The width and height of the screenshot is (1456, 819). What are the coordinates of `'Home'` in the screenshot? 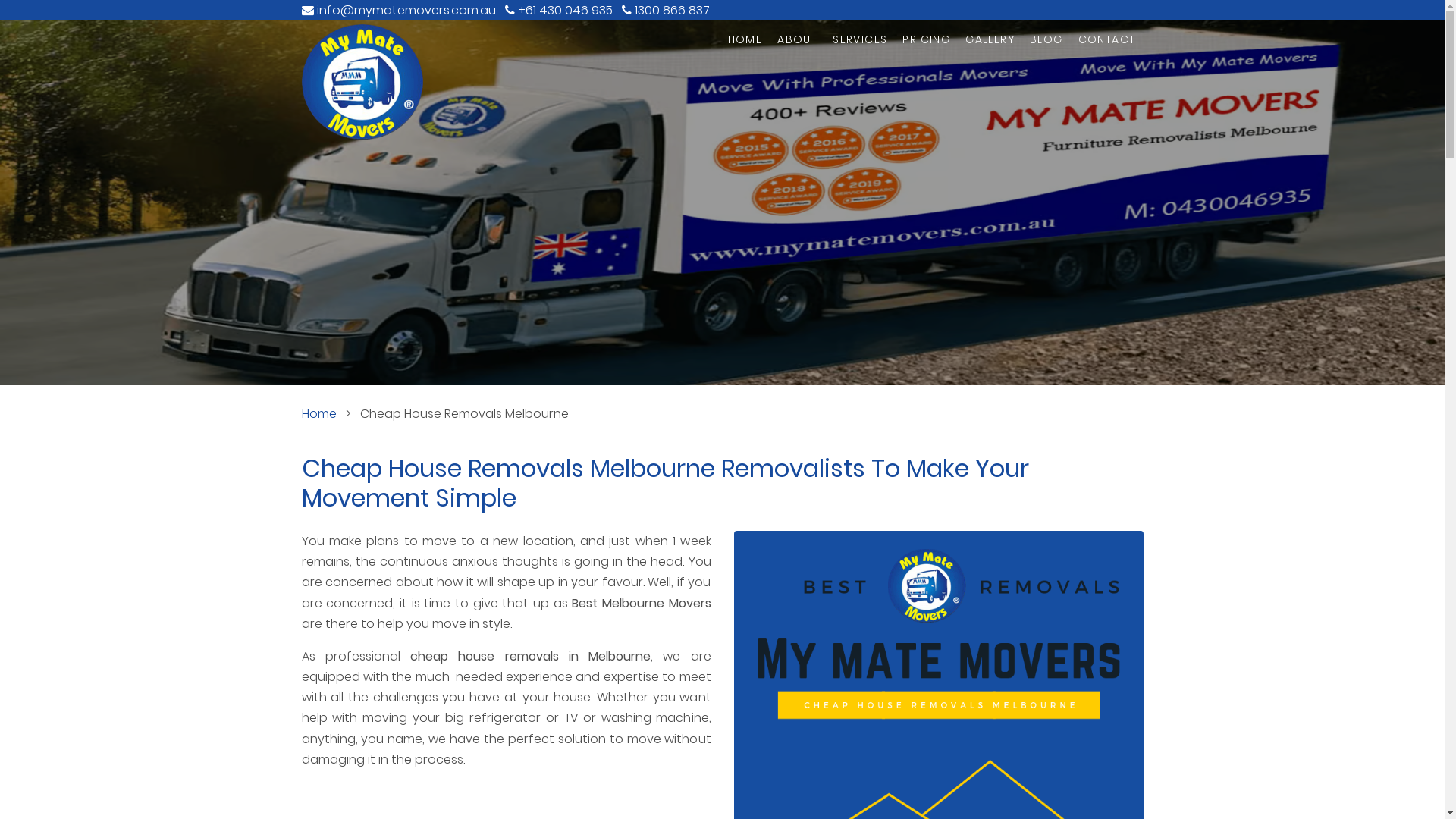 It's located at (318, 413).